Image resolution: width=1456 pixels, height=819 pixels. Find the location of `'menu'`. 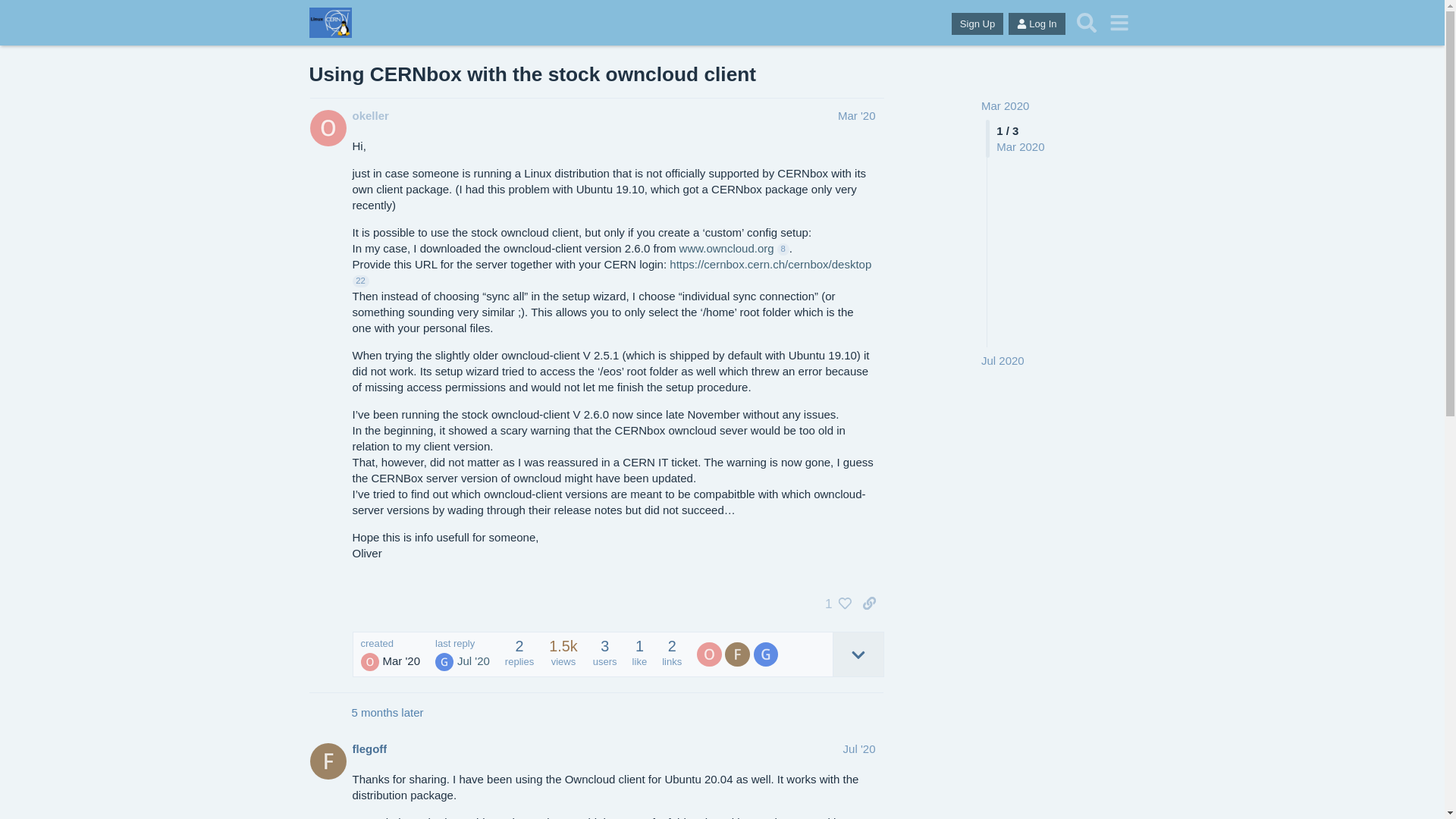

'menu' is located at coordinates (1119, 23).